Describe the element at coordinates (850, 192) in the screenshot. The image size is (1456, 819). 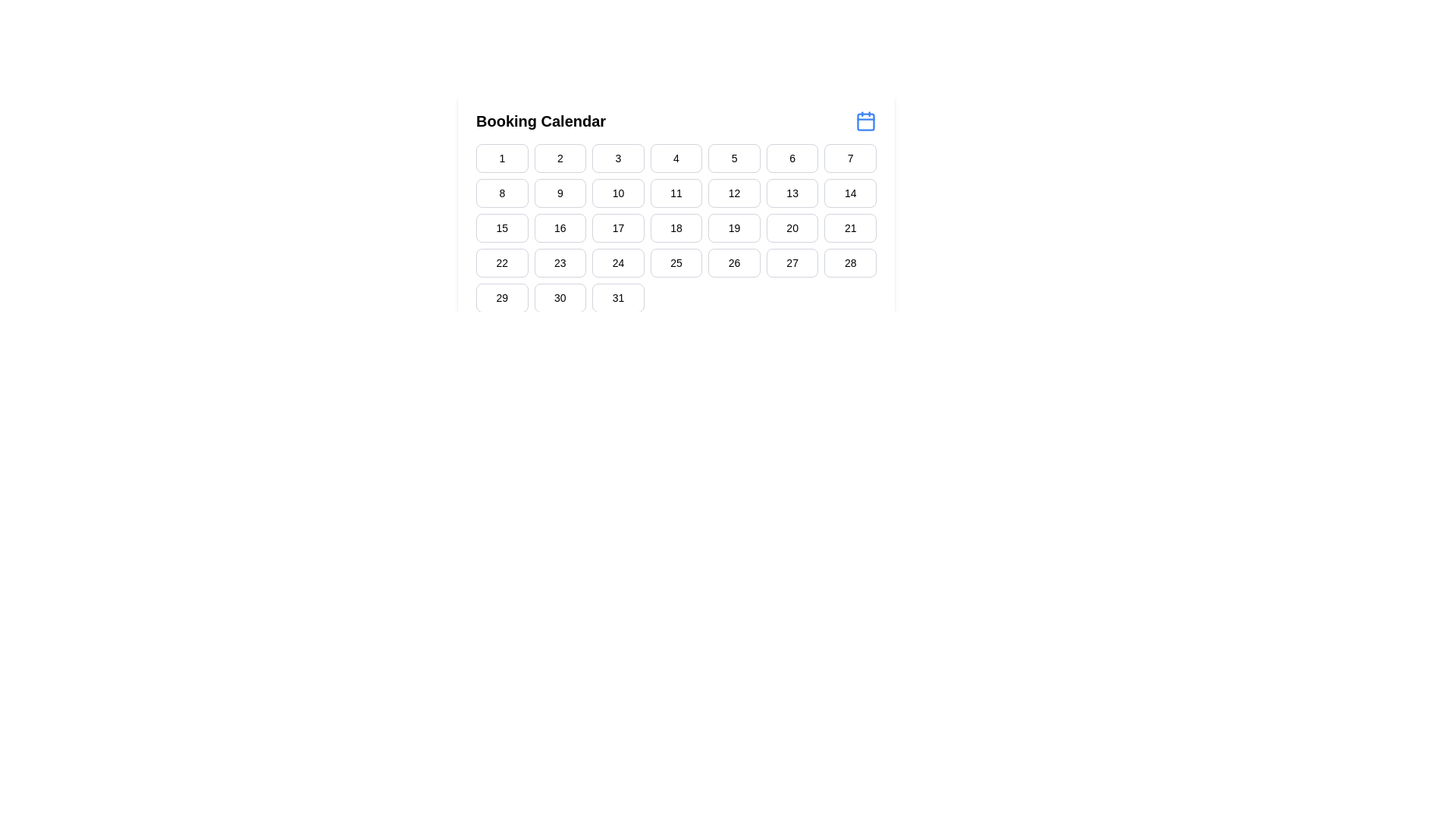
I see `the clickable button for the number '14' in the second row and seventh column of the grid layout to trigger a visual change` at that location.